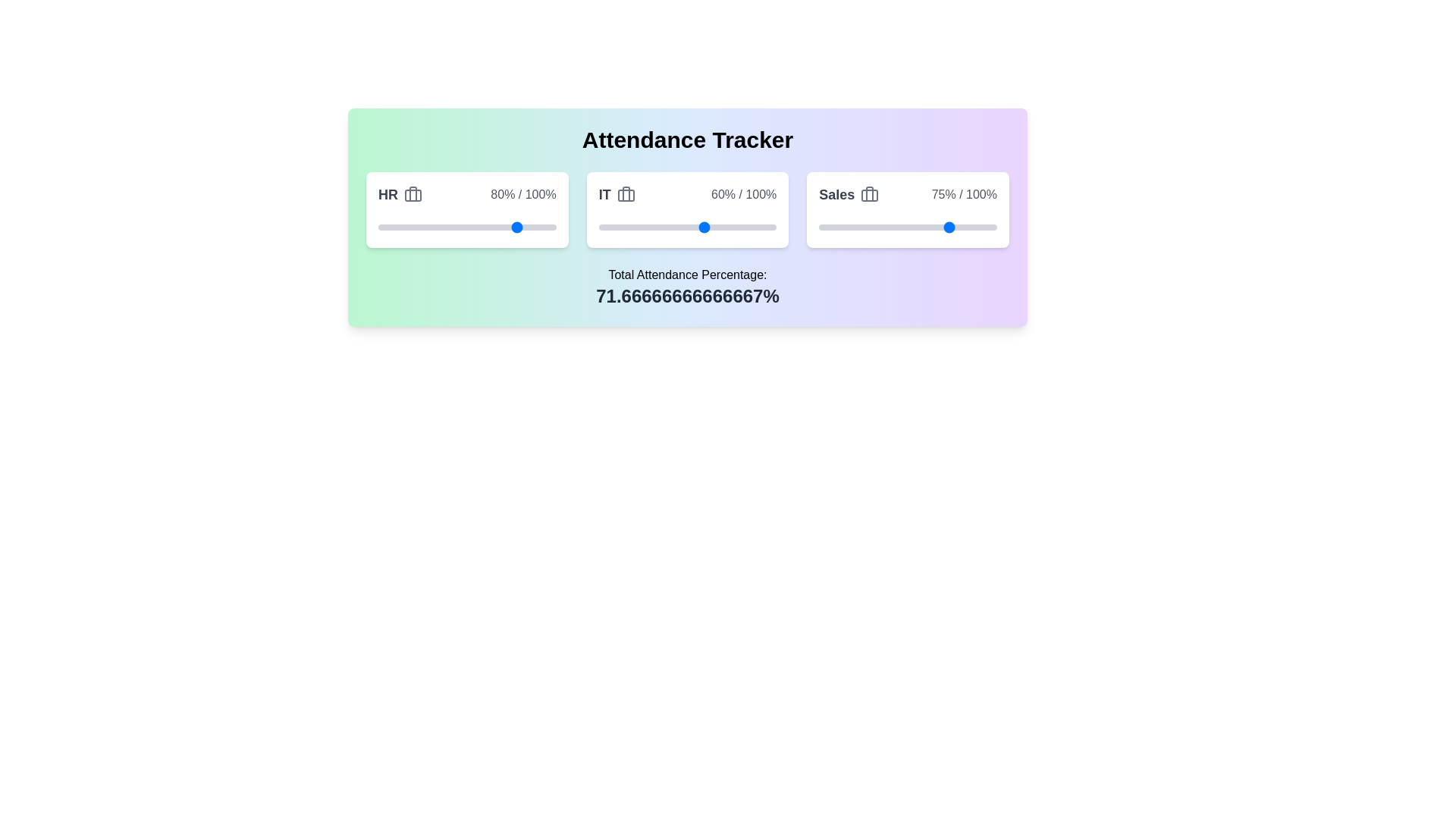 The image size is (1456, 819). What do you see at coordinates (617, 194) in the screenshot?
I see `the text 'IT' styled with a bold font and dark gray color, which is accompanied by a briefcase icon, located in the second card above '60% / 100%'` at bounding box center [617, 194].